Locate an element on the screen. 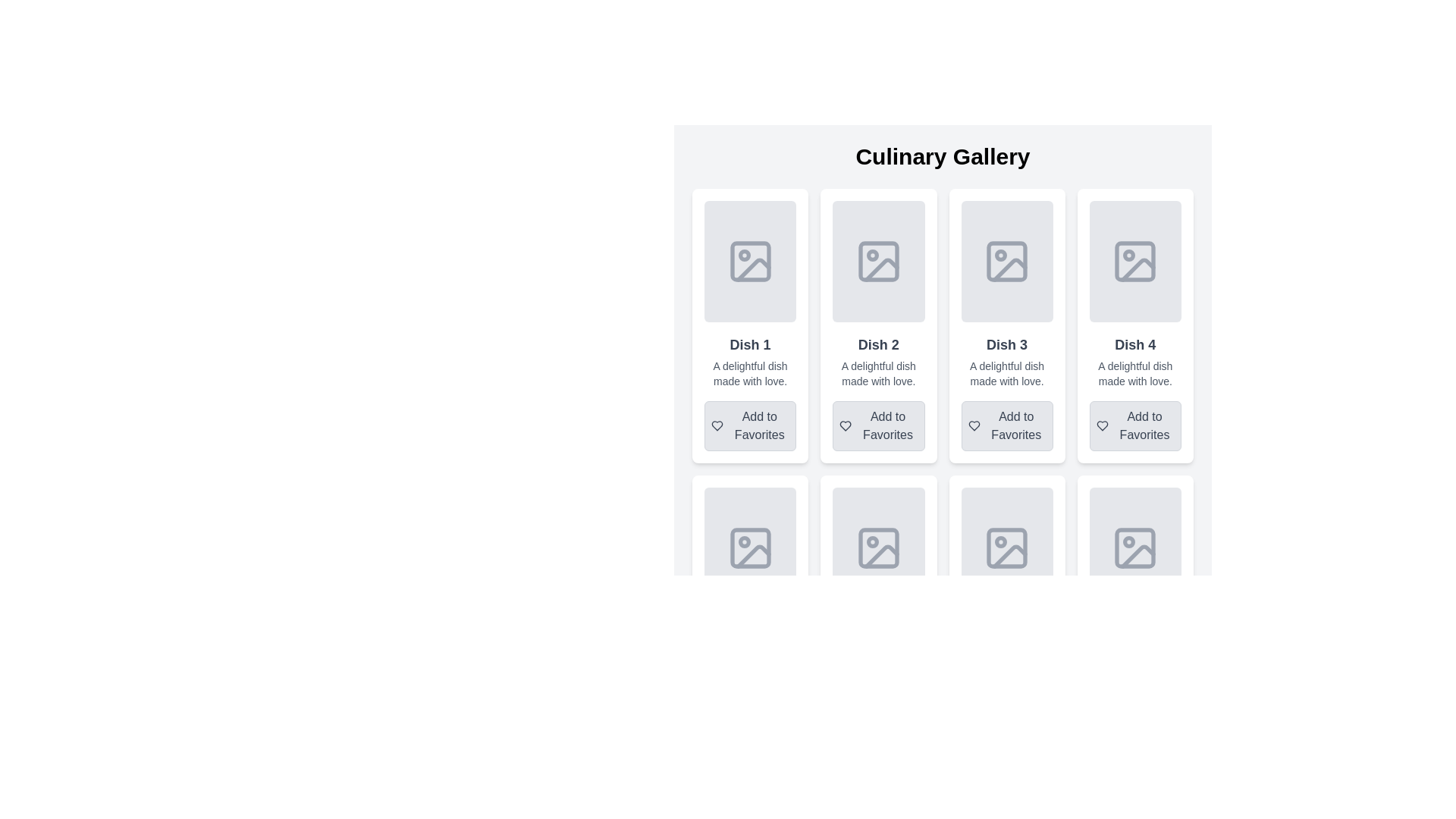  the graphical rectangle located in the upper left corner of the SVG icon within the third card from the left on the top row of the grid layout is located at coordinates (1007, 260).